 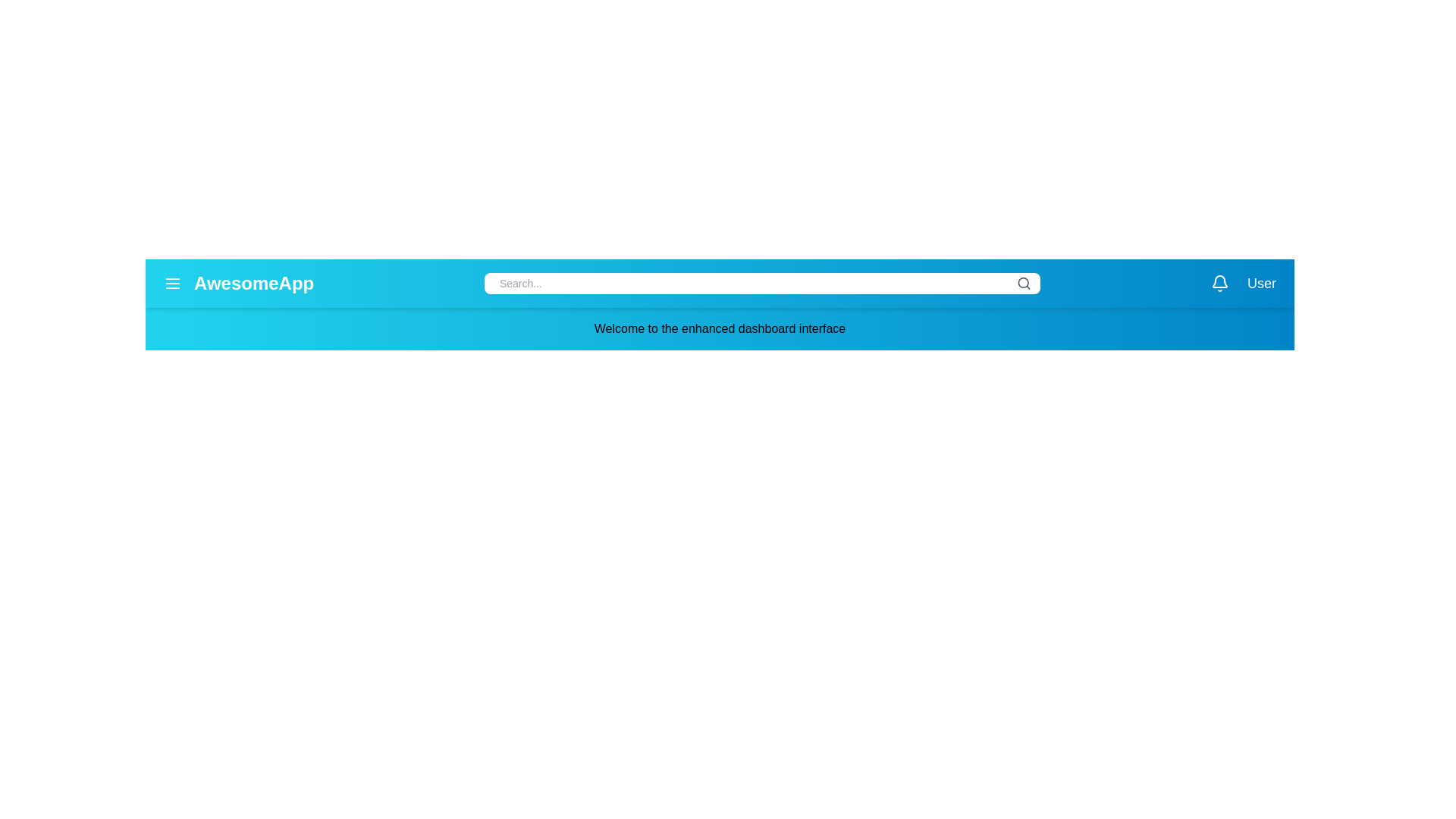 I want to click on the non-interactive text label located in the top-right section of the header bar, which serves as an identifier for a user section or profile, so click(x=1262, y=284).